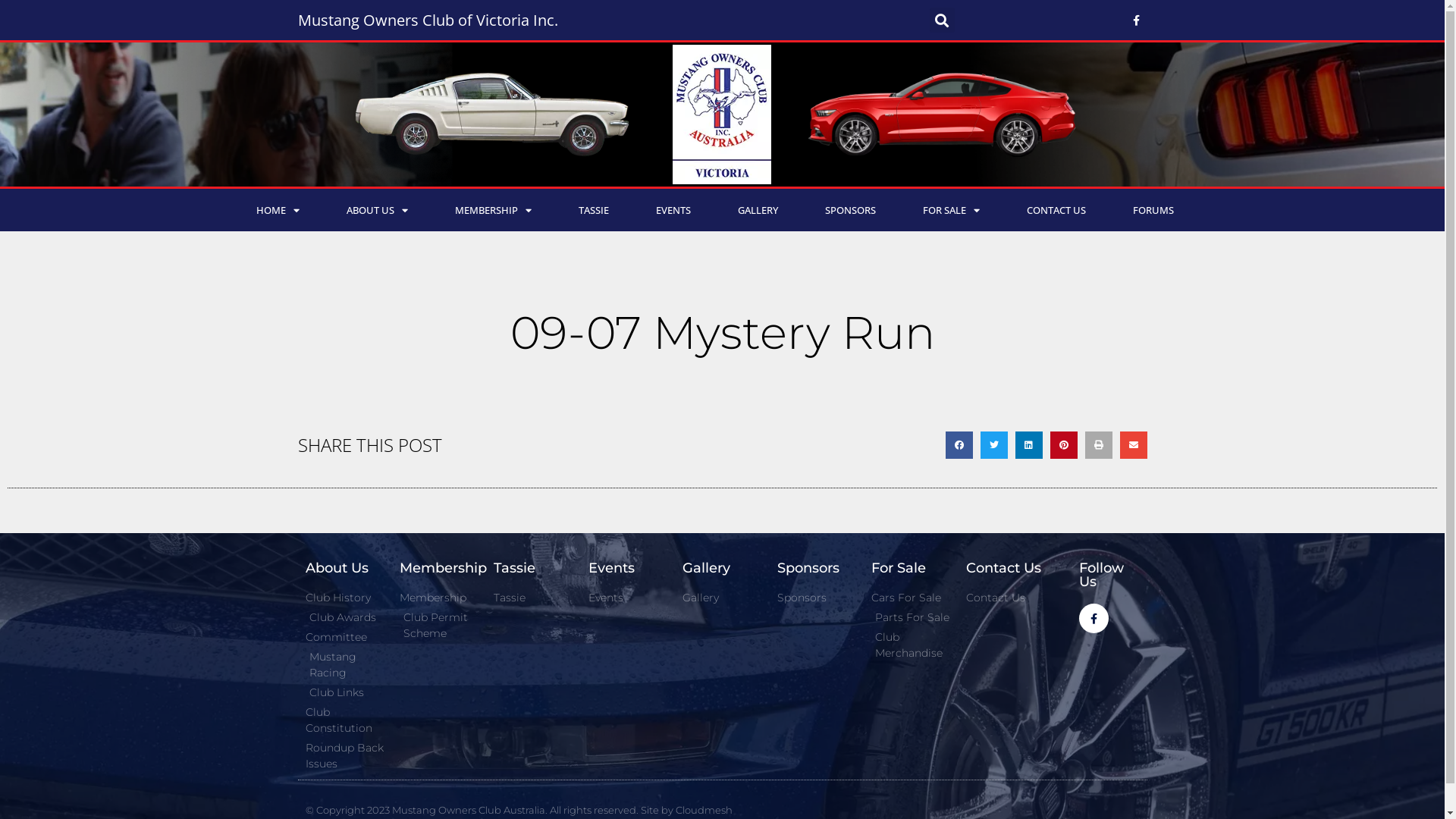 The image size is (1456, 819). I want to click on 'ABOUT US', so click(377, 210).